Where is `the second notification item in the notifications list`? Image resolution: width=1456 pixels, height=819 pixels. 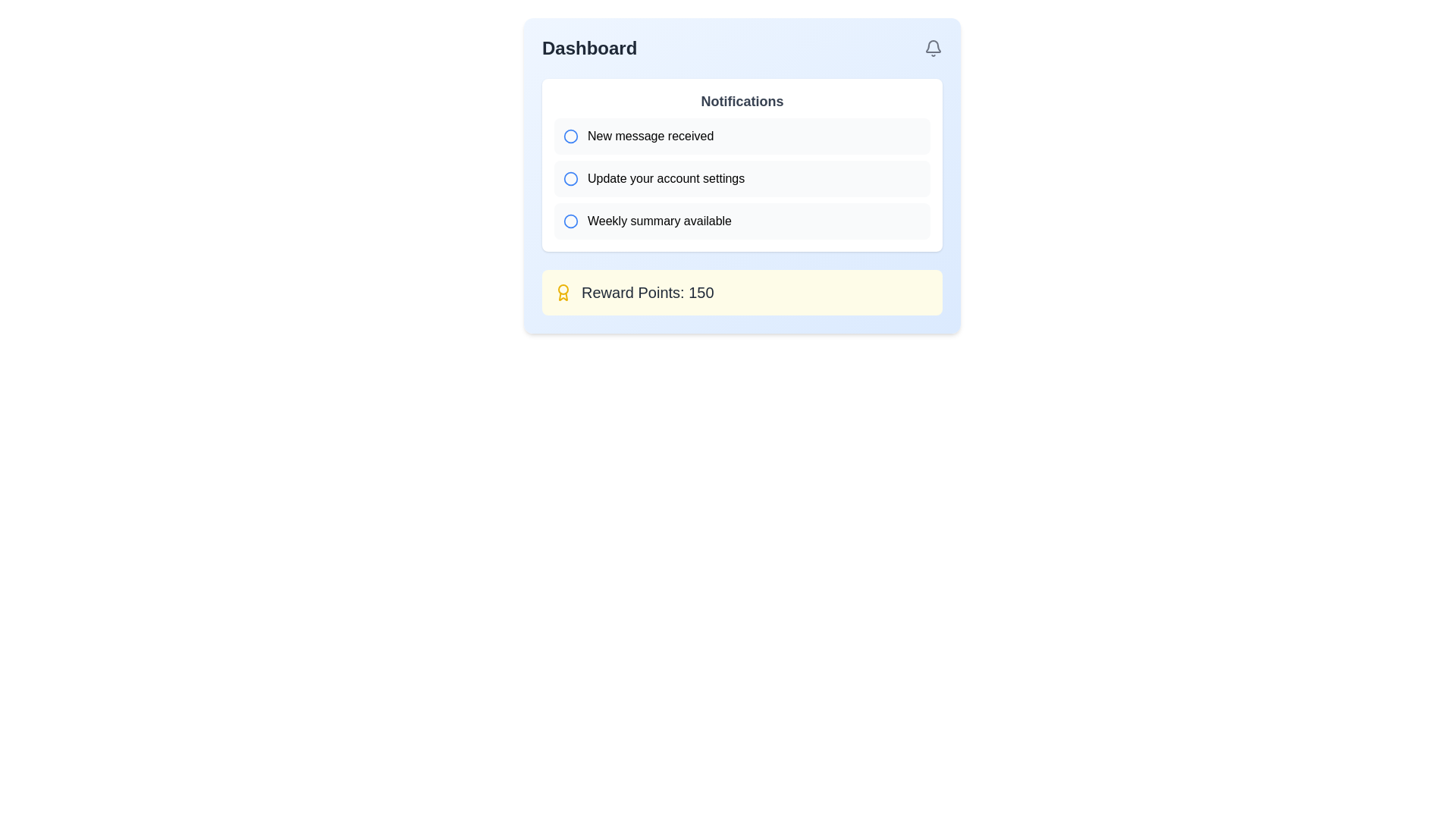 the second notification item in the notifications list is located at coordinates (742, 177).